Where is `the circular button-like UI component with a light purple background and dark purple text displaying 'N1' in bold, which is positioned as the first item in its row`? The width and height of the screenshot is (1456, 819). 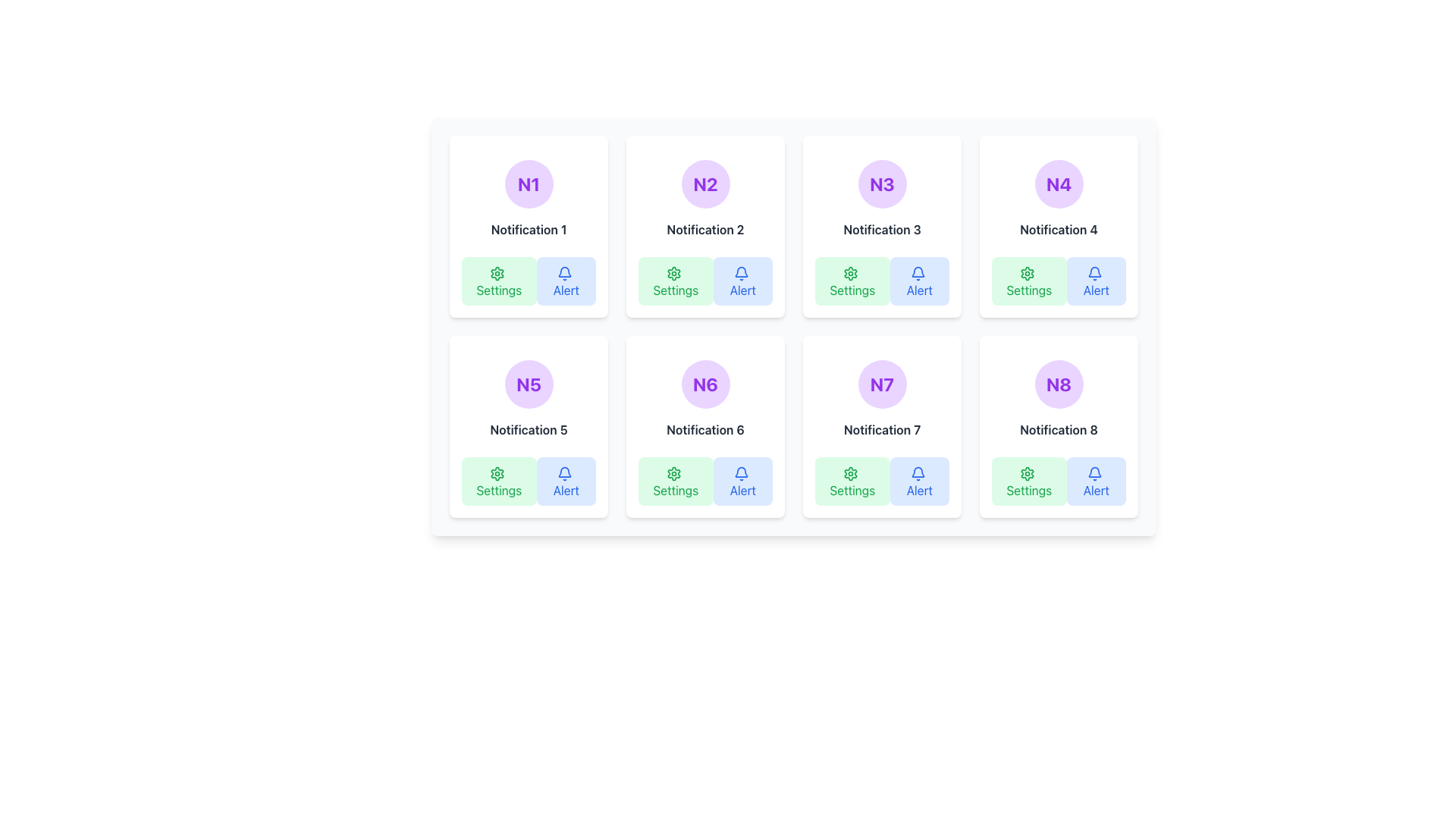
the circular button-like UI component with a light purple background and dark purple text displaying 'N1' in bold, which is positioned as the first item in its row is located at coordinates (529, 184).